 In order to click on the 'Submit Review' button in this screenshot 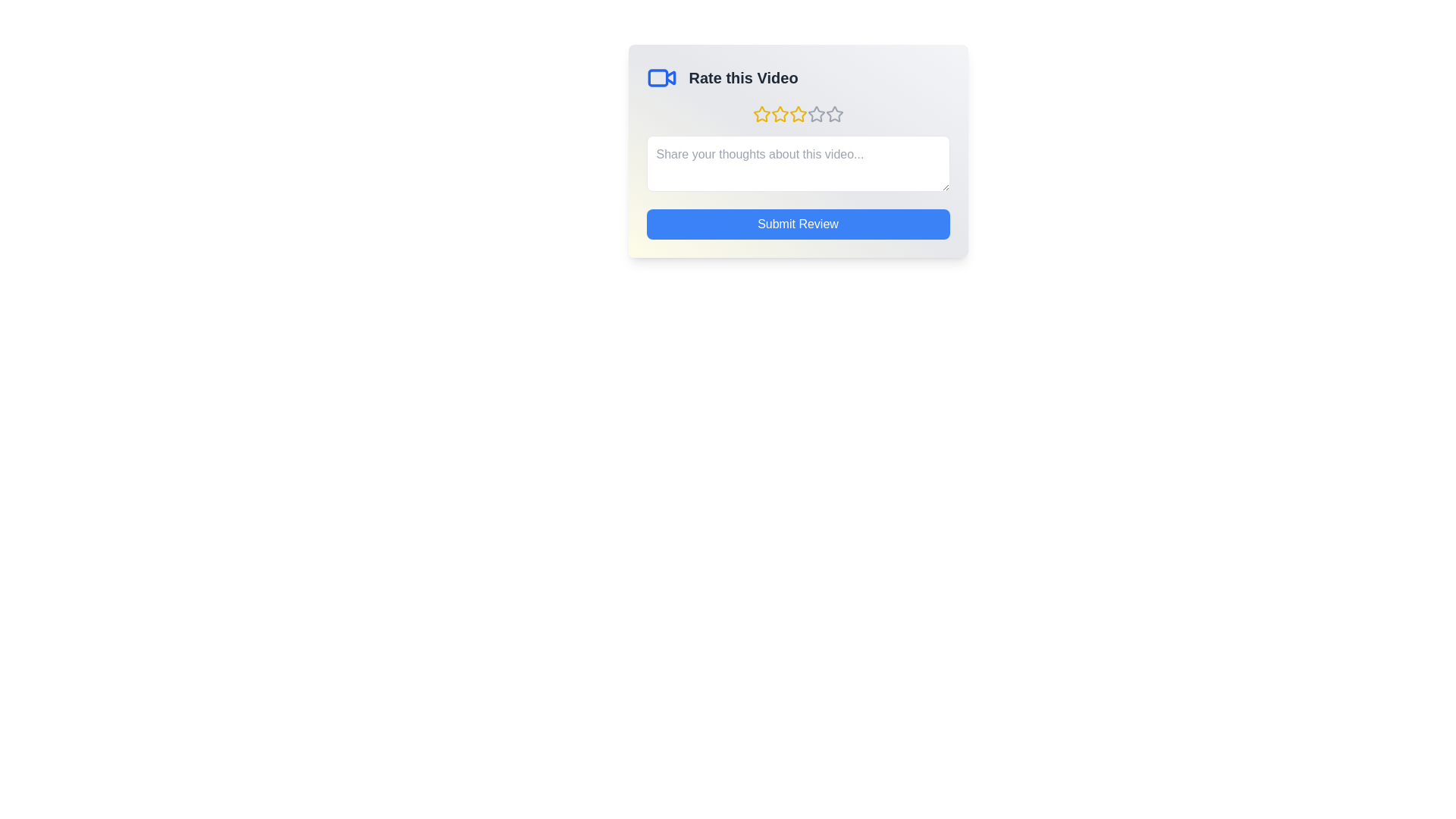, I will do `click(797, 224)`.